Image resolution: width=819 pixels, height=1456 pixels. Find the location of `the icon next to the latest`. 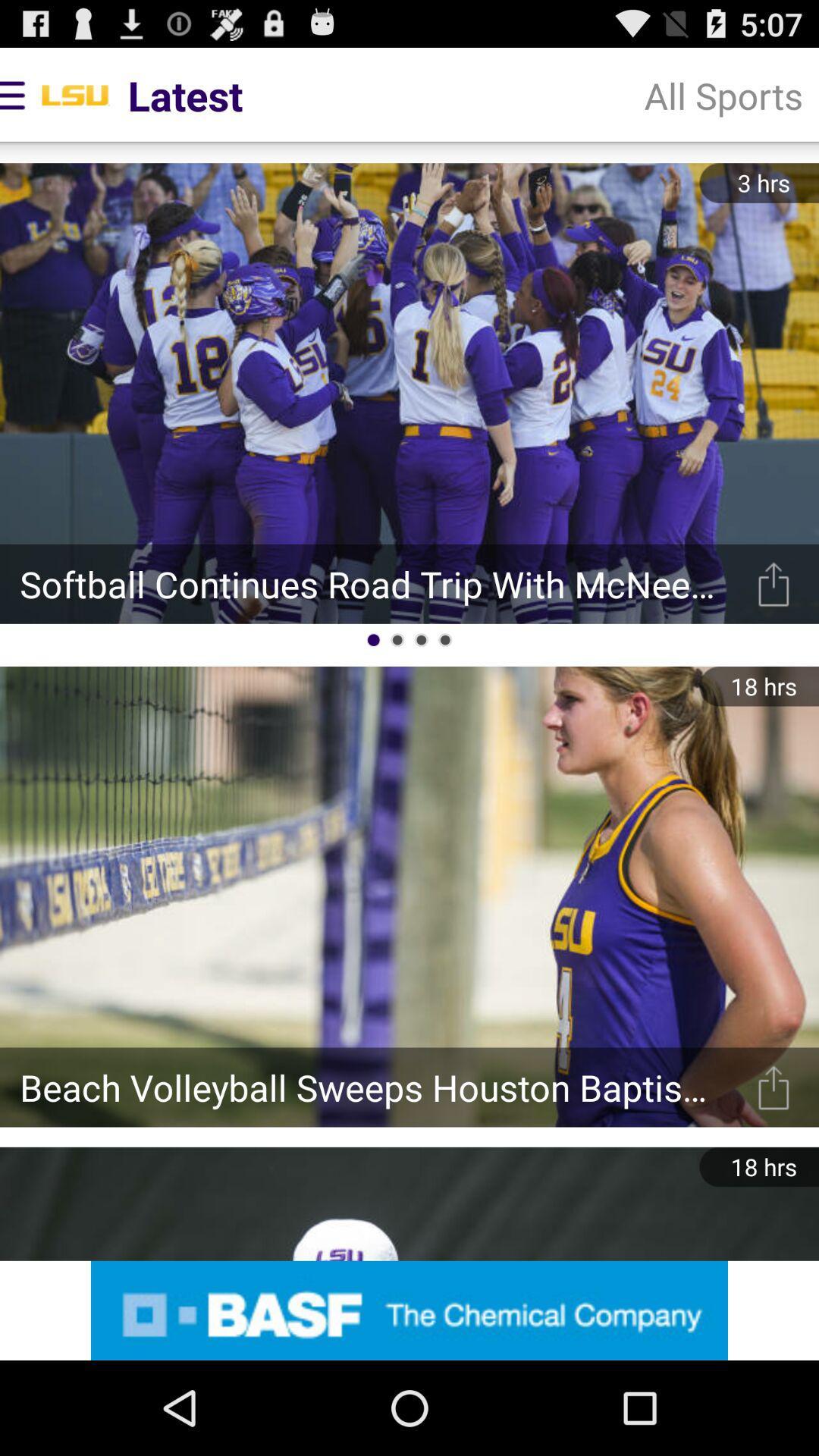

the icon next to the latest is located at coordinates (723, 94).